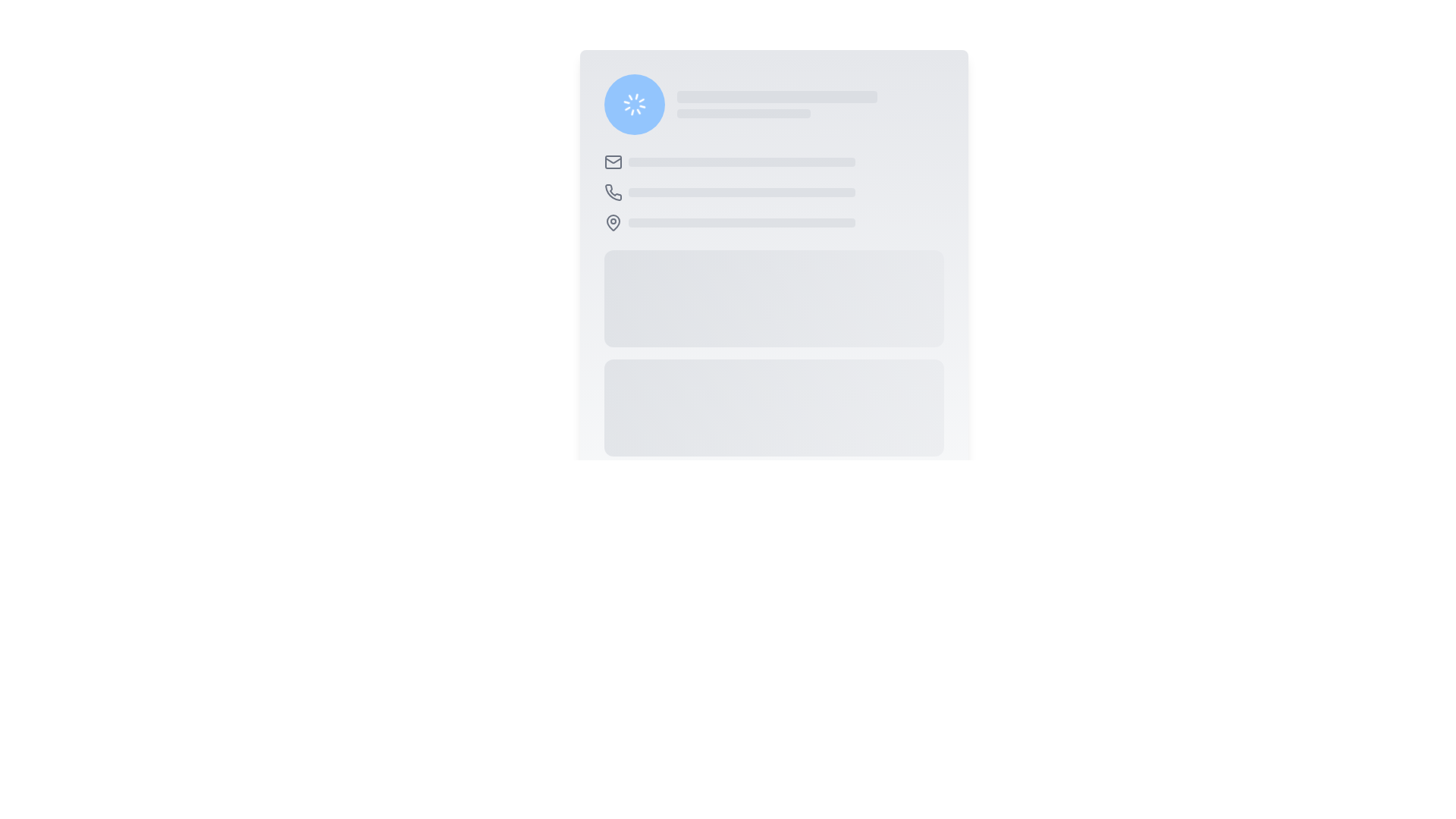 This screenshot has width=1456, height=819. Describe the element at coordinates (634, 104) in the screenshot. I see `the animated loading indicator, which is a spinner icon located at the center of a circular light blue background in the top-left section of the information card` at that location.